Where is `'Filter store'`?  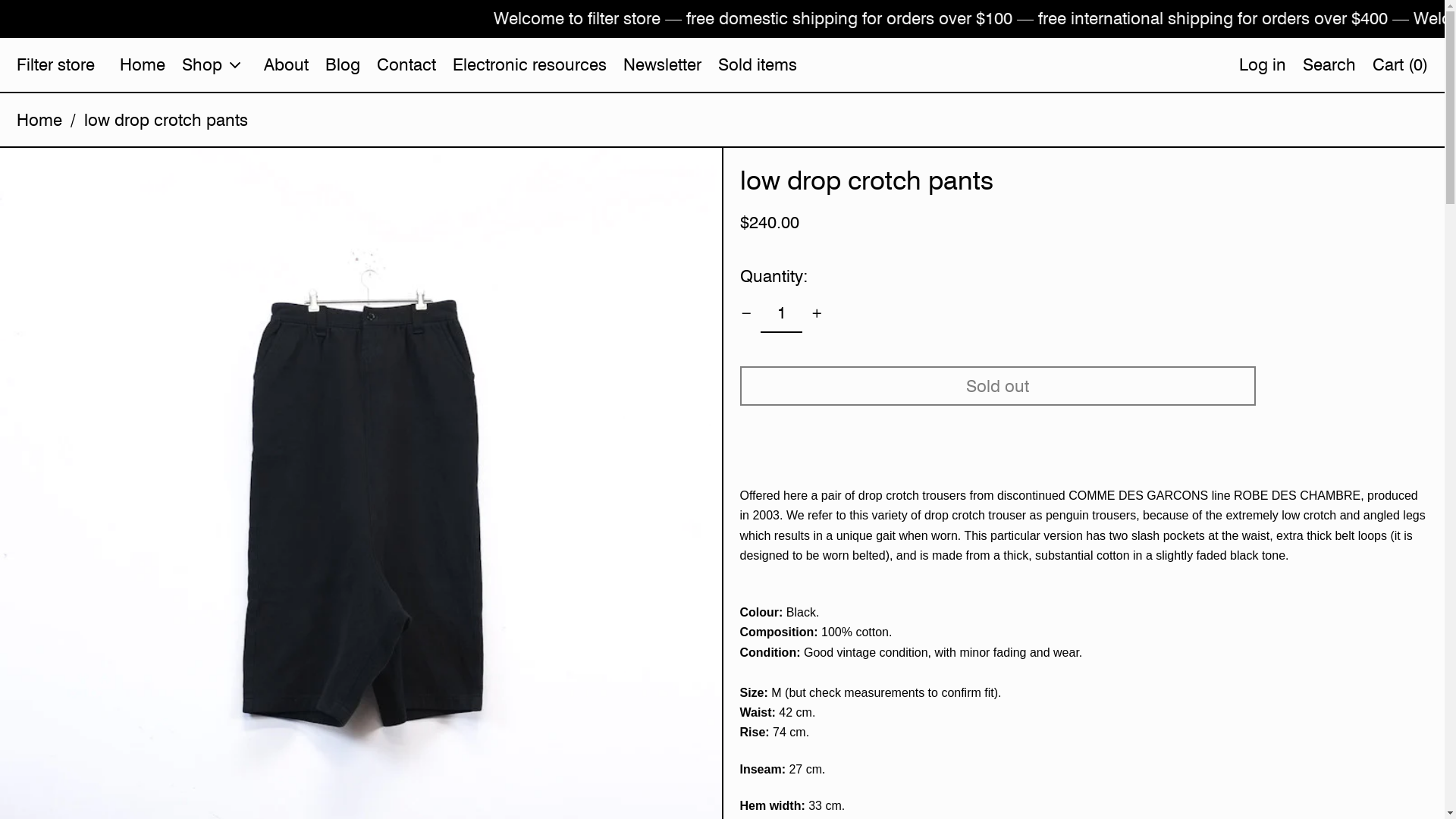
'Filter store' is located at coordinates (17, 63).